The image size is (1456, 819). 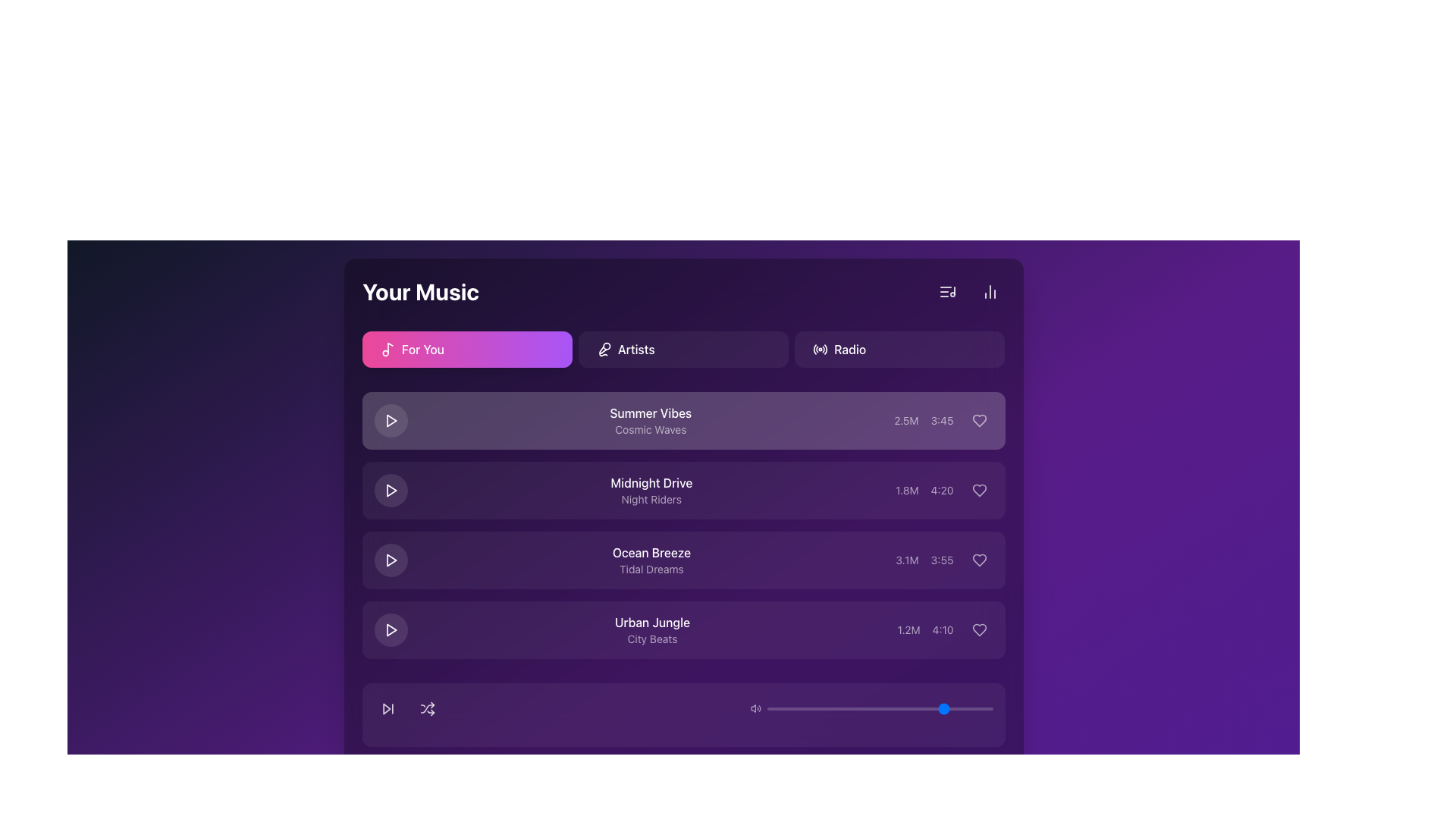 What do you see at coordinates (979, 560) in the screenshot?
I see `the 'like' button for the song 'Ocean Breeze' to mark it as a favorite` at bounding box center [979, 560].